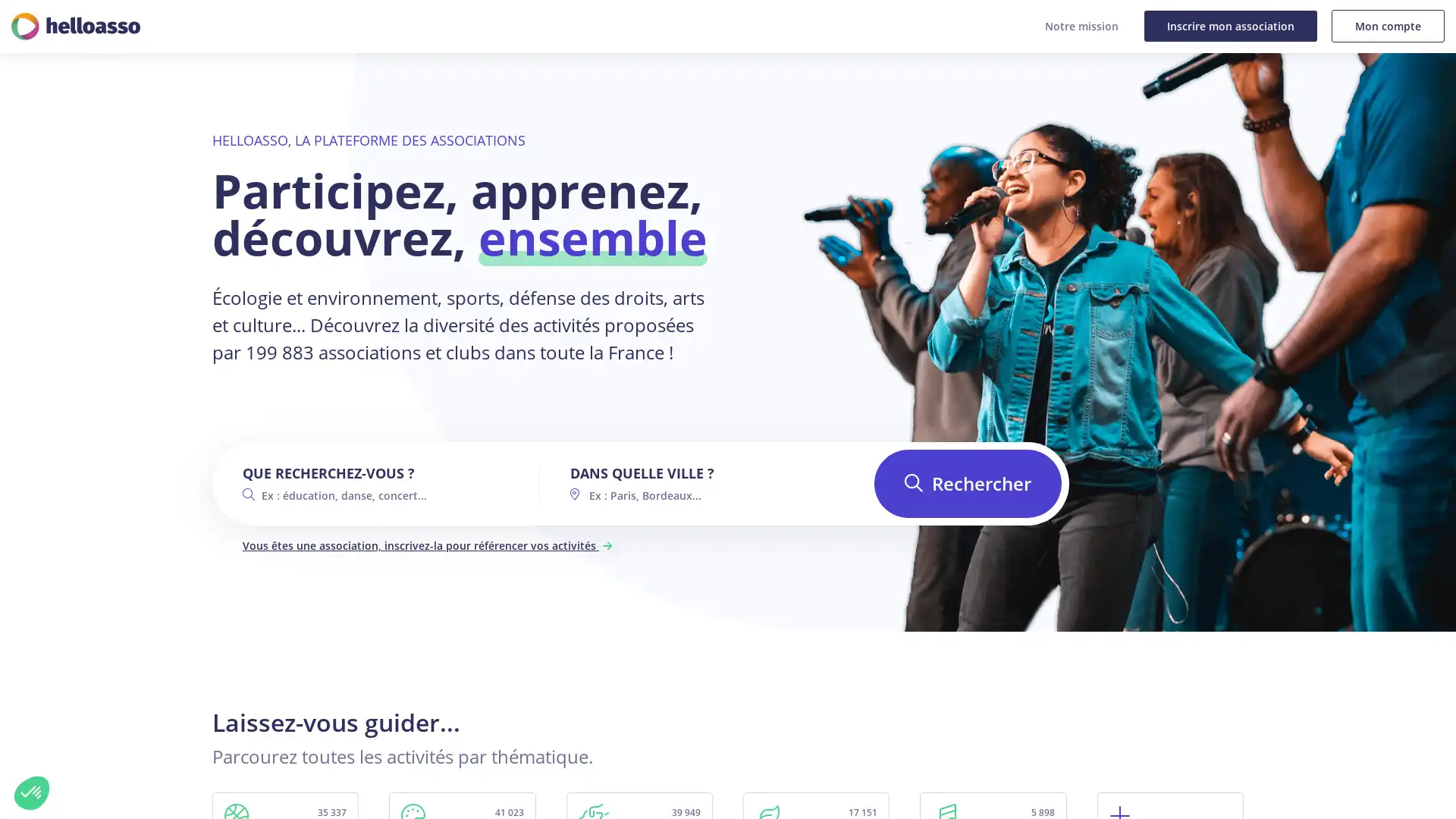 This screenshot has height=819, width=1456. What do you see at coordinates (174, 742) in the screenshot?
I see `Parametrer` at bounding box center [174, 742].